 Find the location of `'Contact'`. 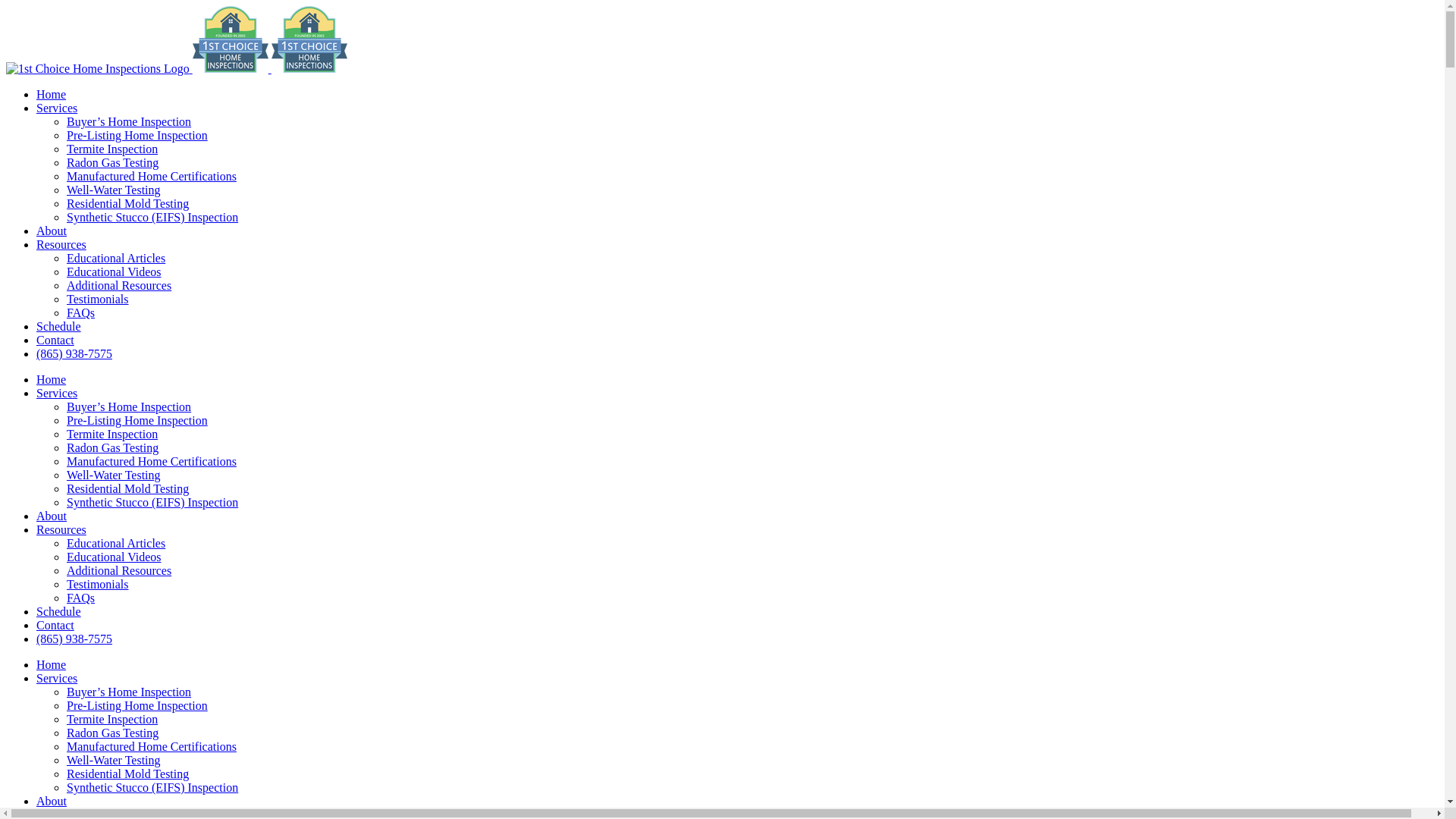

'Contact' is located at coordinates (55, 339).